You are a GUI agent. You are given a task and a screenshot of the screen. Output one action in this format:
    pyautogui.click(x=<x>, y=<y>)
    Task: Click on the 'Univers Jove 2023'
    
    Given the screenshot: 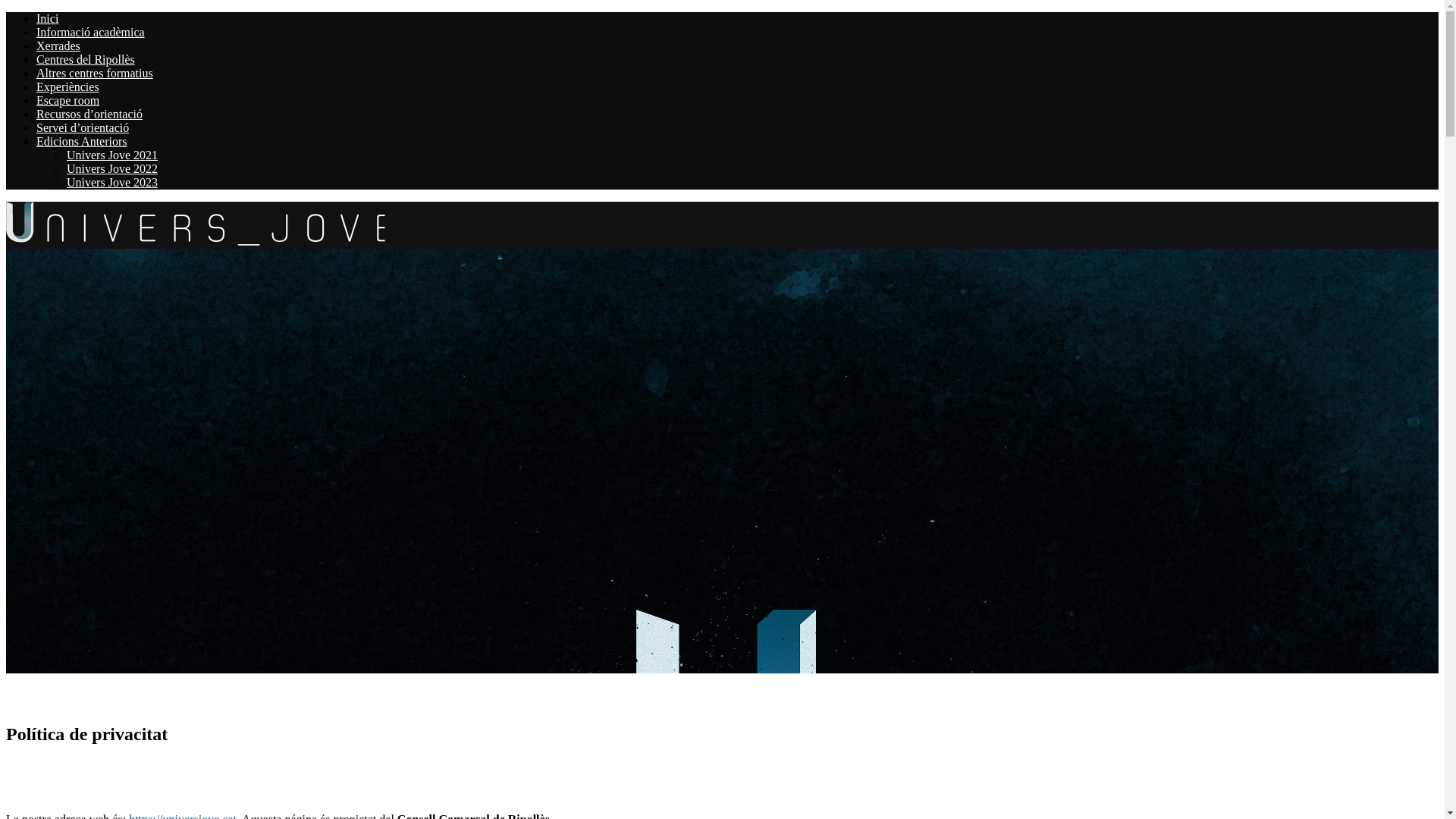 What is the action you would take?
    pyautogui.click(x=65, y=181)
    